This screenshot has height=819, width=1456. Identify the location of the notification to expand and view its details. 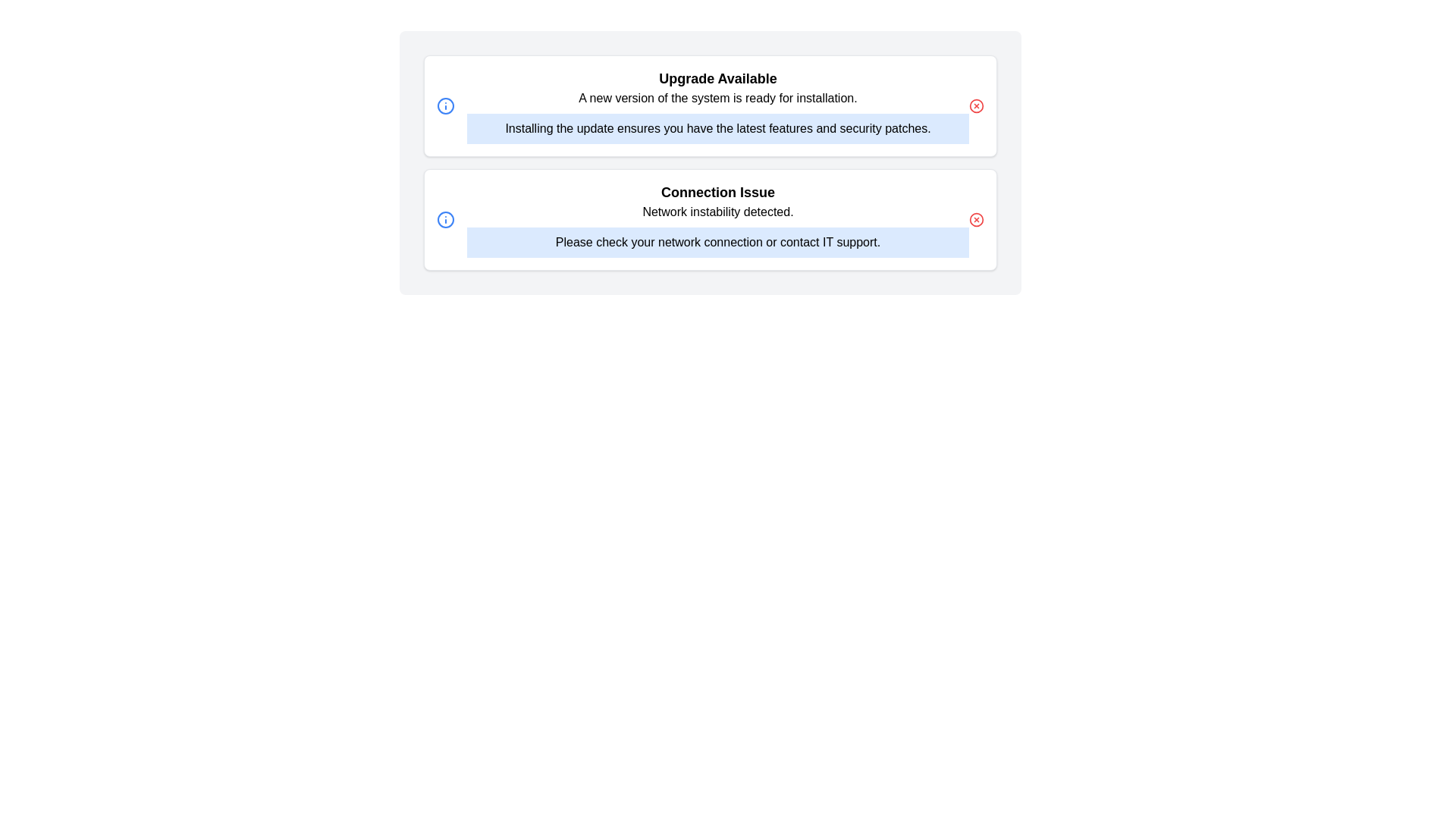
(709, 105).